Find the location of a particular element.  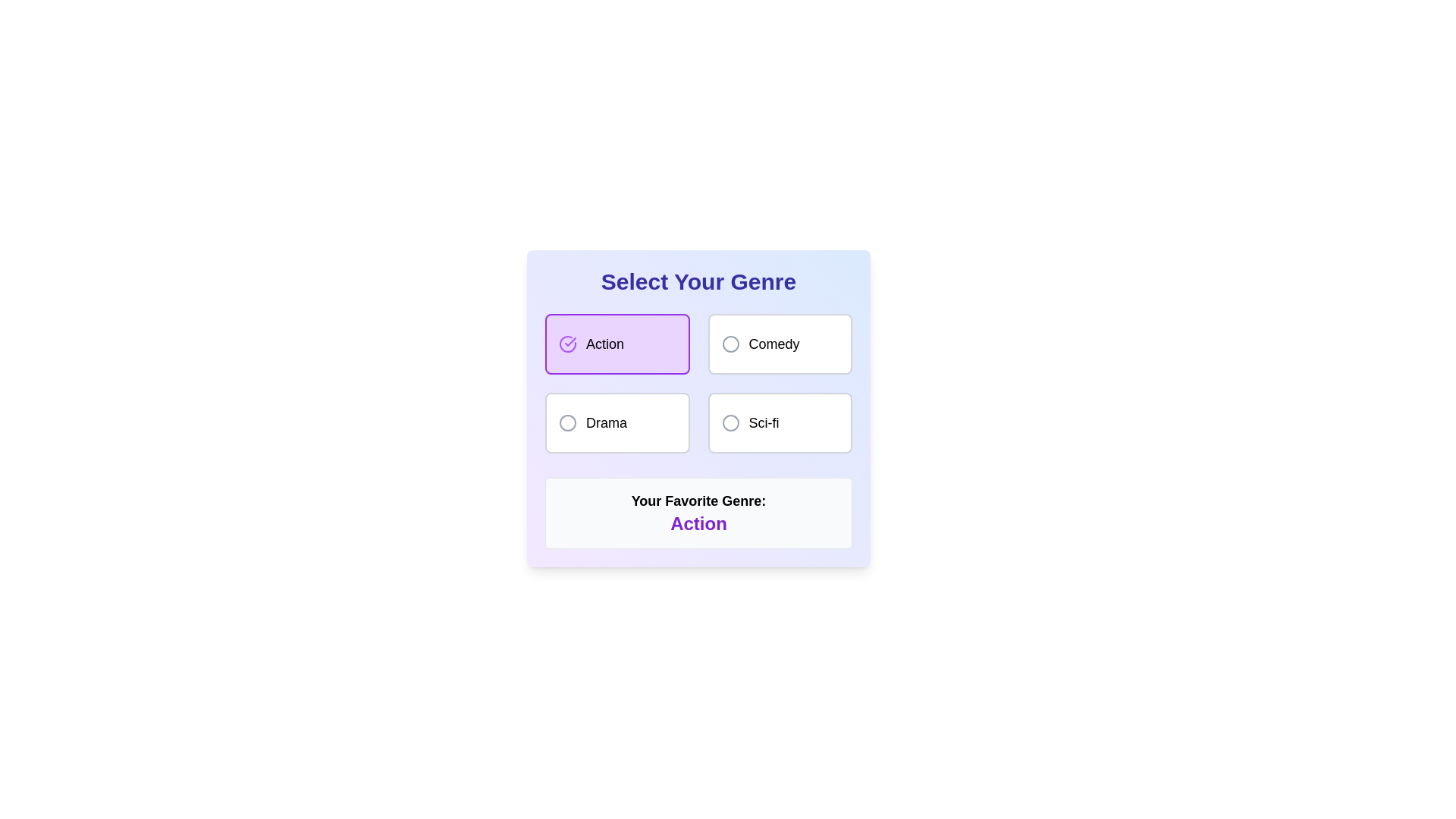

the Radio Button Indicator for the 'Drama' option, which is a circular outline with a 10-unit radius, located in the middle left part of the dialog box labeled 'Select Your Genre' is located at coordinates (566, 423).